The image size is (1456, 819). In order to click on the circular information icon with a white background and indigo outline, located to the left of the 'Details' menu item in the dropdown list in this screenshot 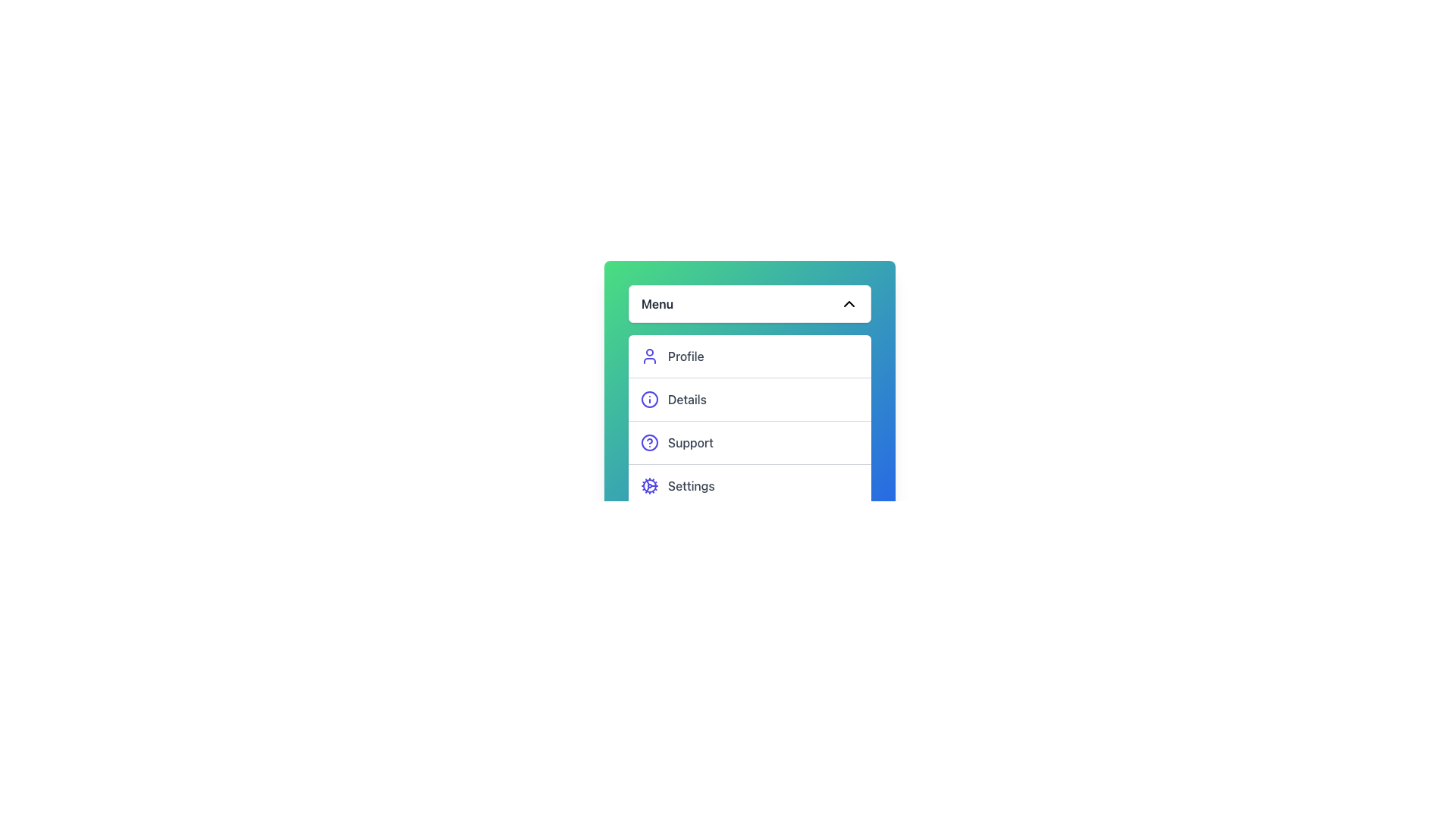, I will do `click(650, 399)`.